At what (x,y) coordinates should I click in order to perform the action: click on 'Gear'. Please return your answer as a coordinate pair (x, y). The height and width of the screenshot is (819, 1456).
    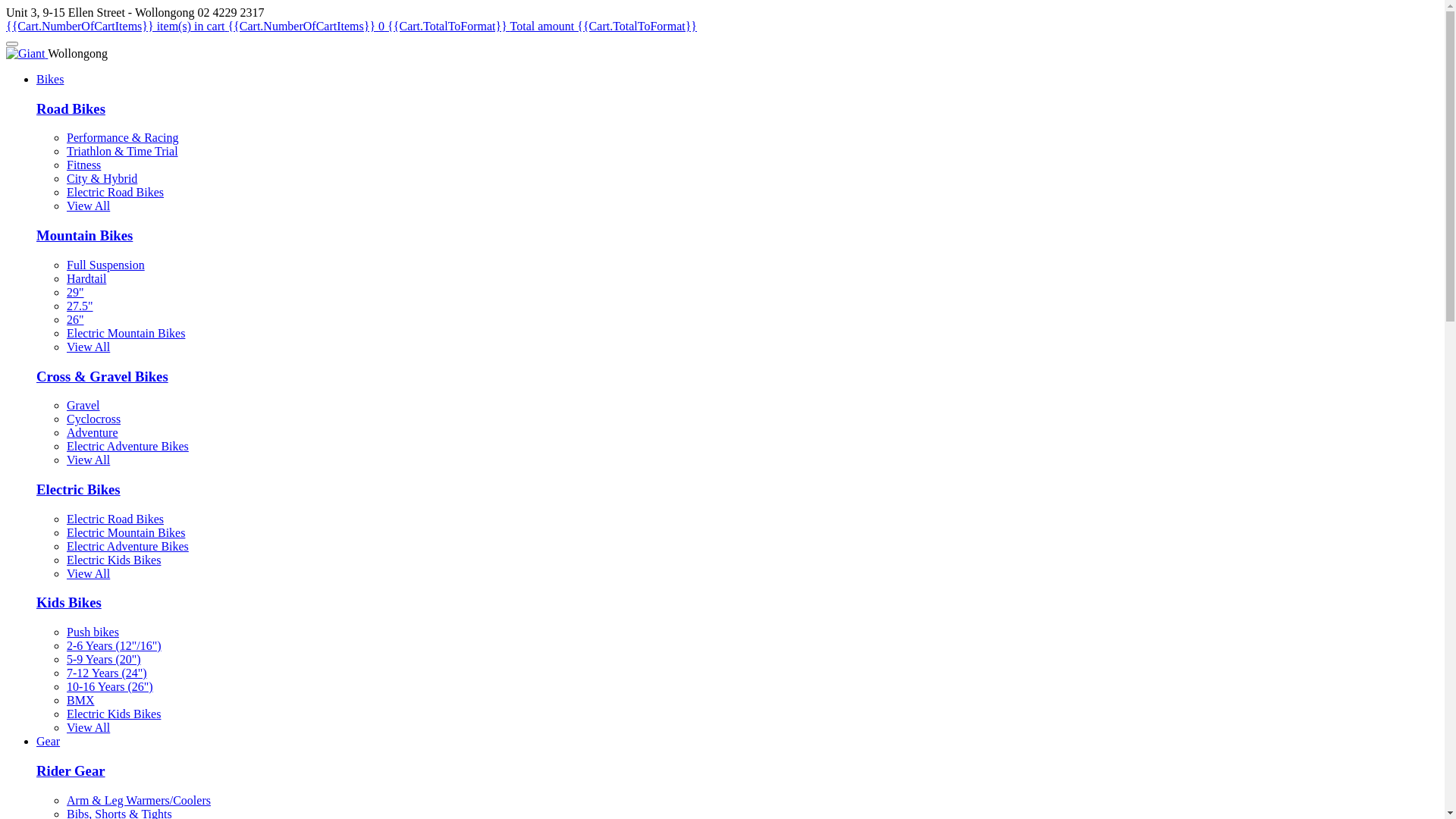
    Looking at the image, I should click on (48, 740).